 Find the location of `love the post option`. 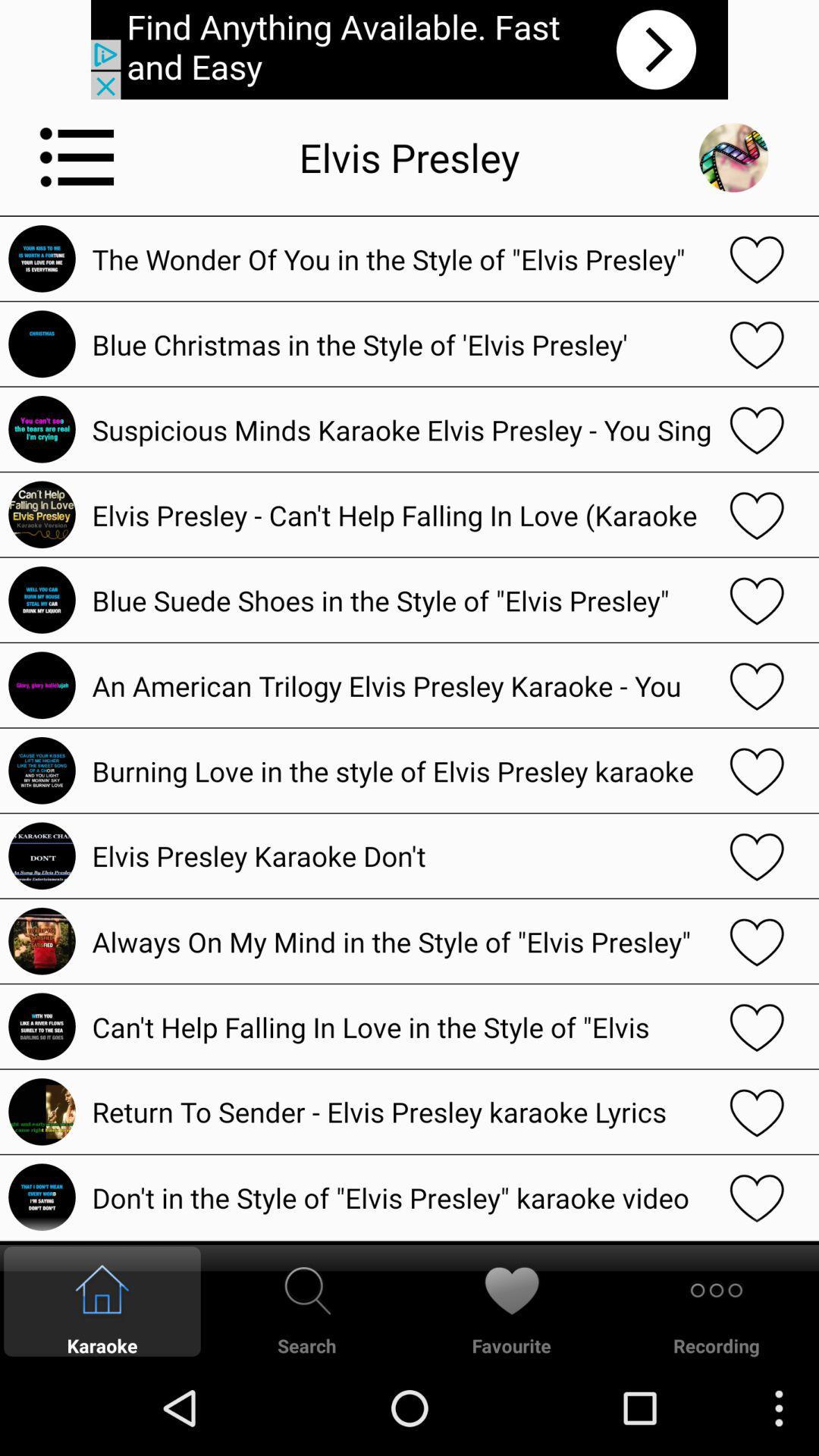

love the post option is located at coordinates (757, 1196).